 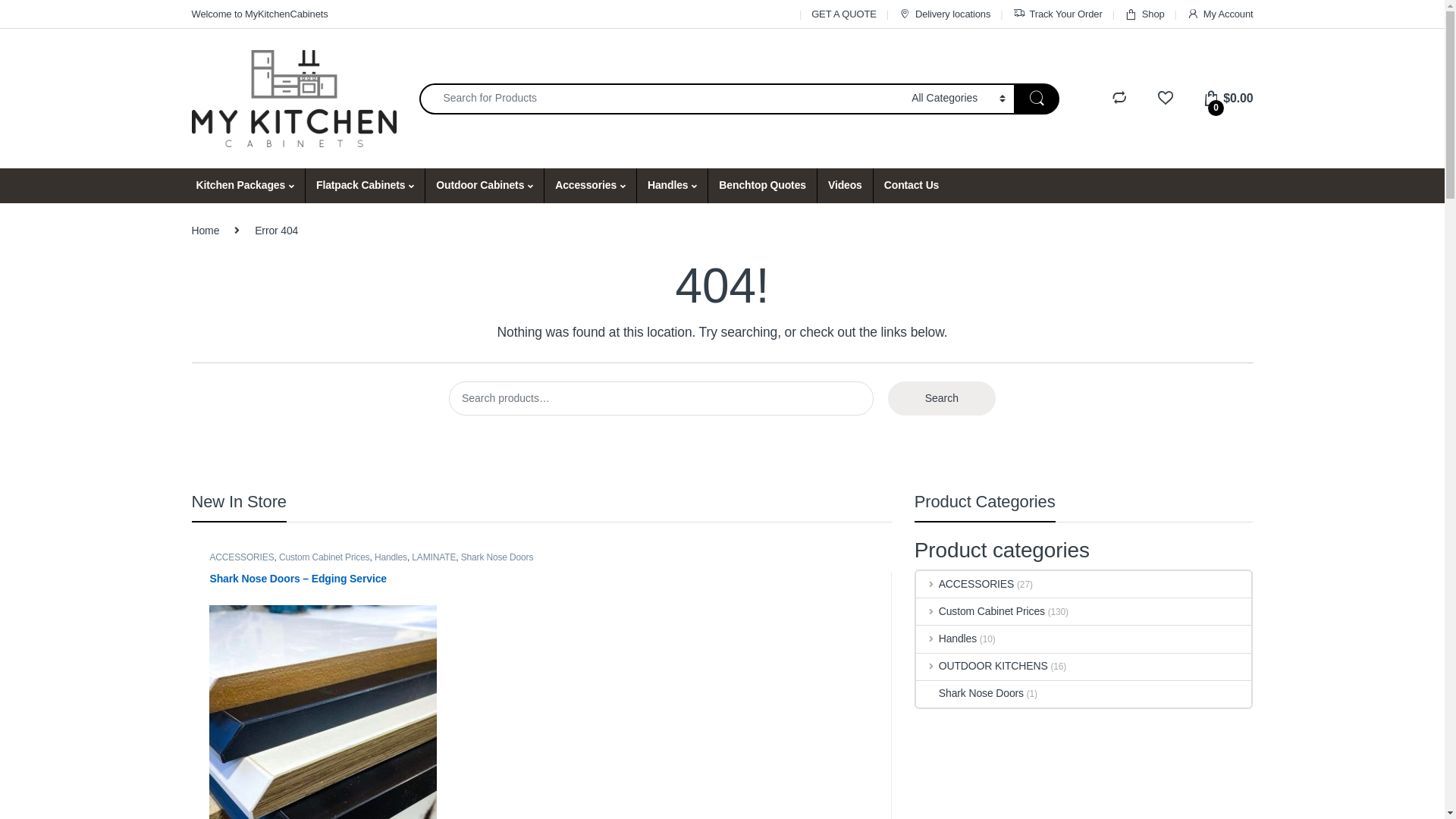 What do you see at coordinates (761, 185) in the screenshot?
I see `'Benchtop Quotes'` at bounding box center [761, 185].